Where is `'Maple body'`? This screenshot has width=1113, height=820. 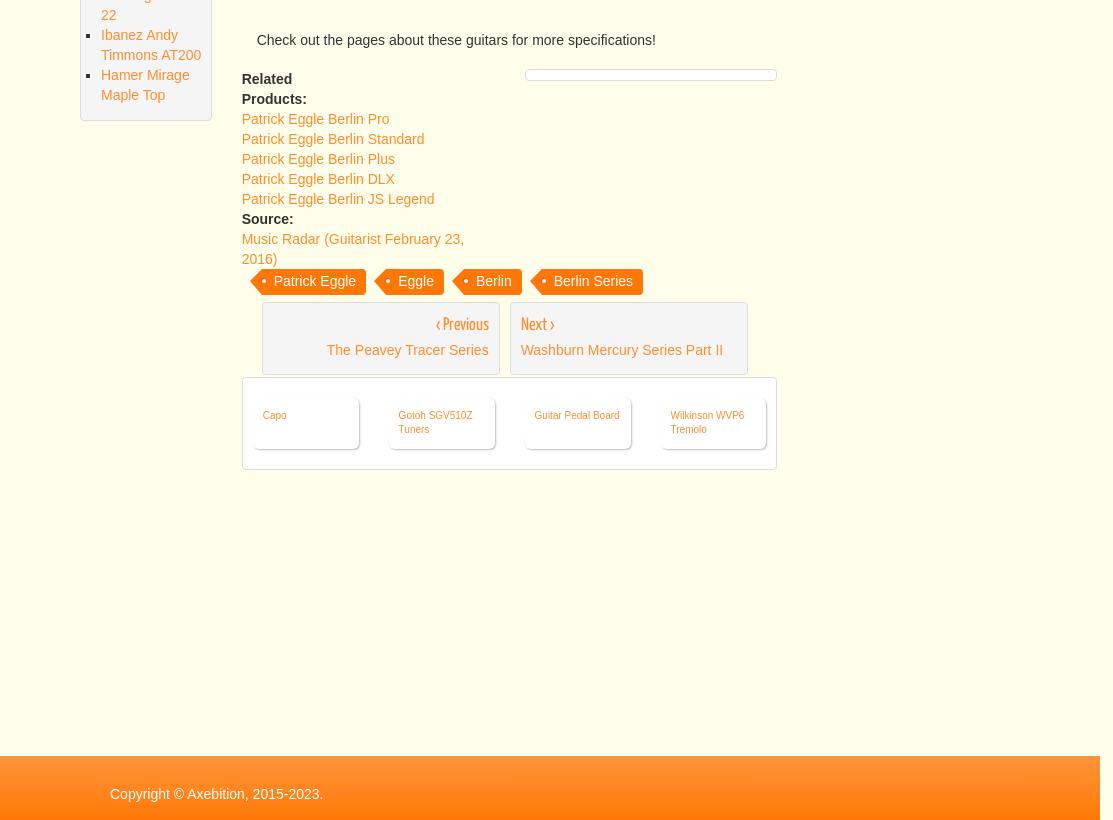 'Maple body' is located at coordinates (359, 106).